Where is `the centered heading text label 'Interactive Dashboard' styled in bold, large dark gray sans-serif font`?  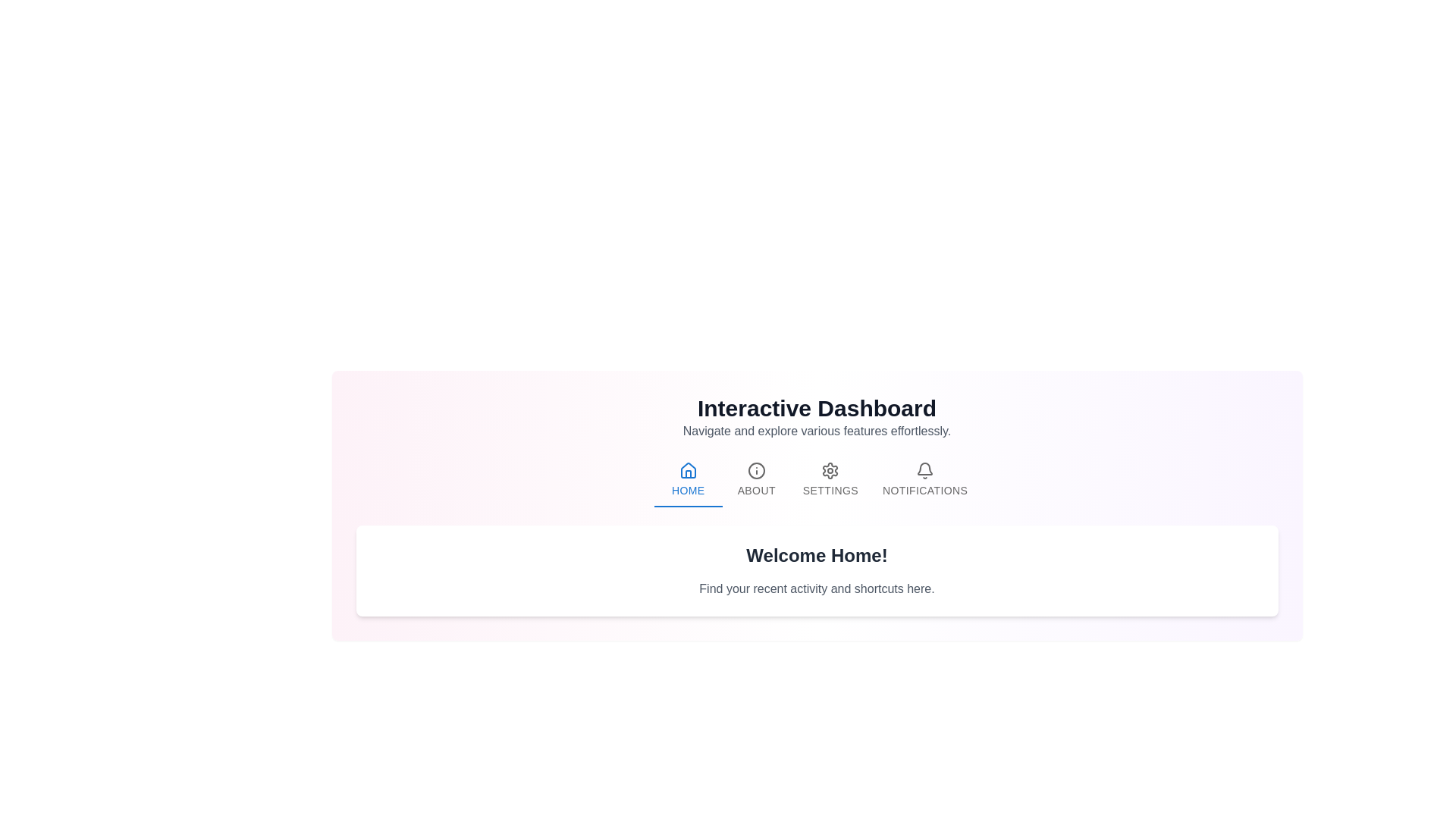 the centered heading text label 'Interactive Dashboard' styled in bold, large dark gray sans-serif font is located at coordinates (816, 408).